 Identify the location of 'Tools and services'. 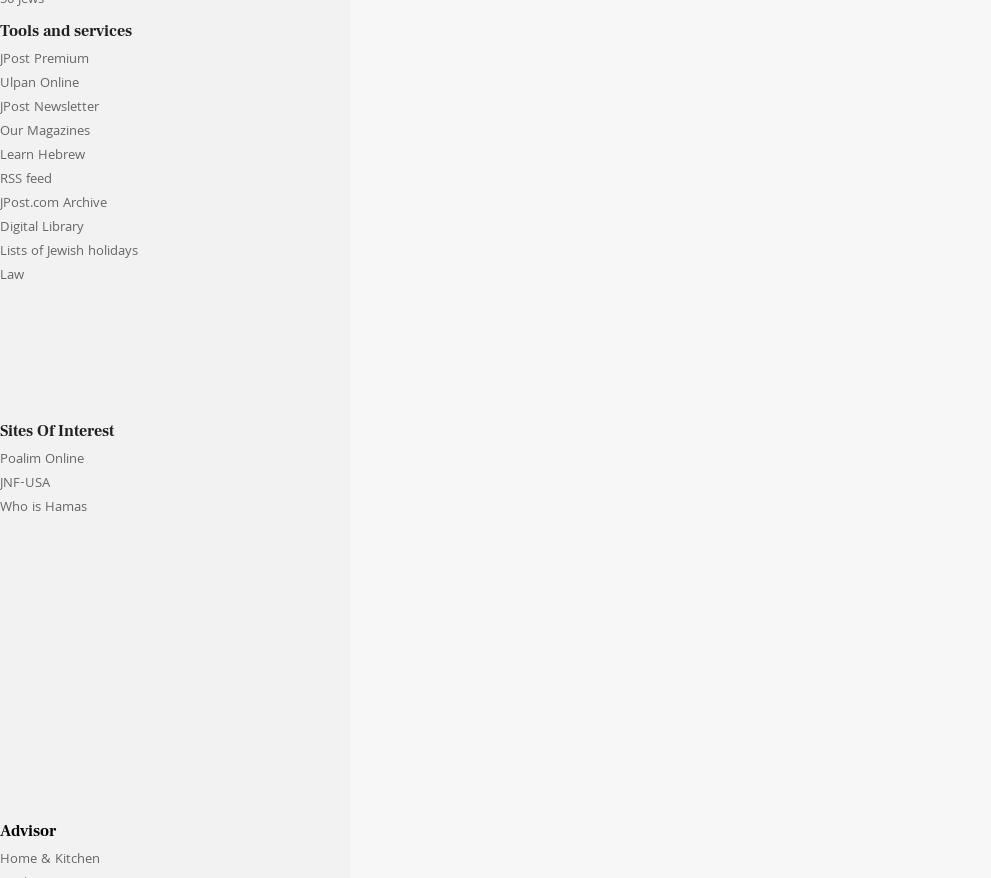
(66, 29).